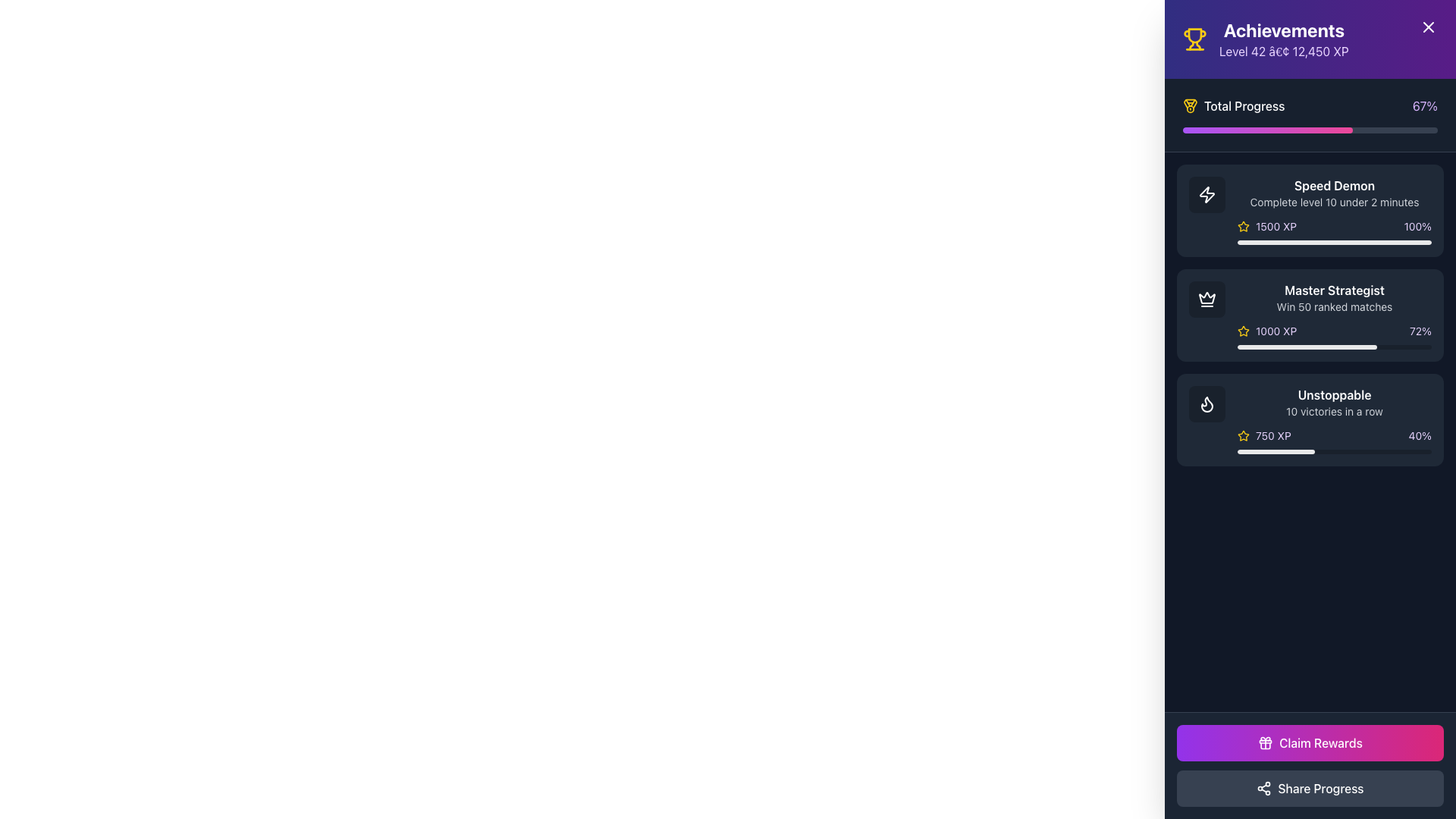 This screenshot has height=819, width=1456. Describe the element at coordinates (1335, 330) in the screenshot. I see `displayed information for the 'Master Strategist' achievement located in the second card of the achievements list, positioned below the title and description, above the progress bar` at that location.